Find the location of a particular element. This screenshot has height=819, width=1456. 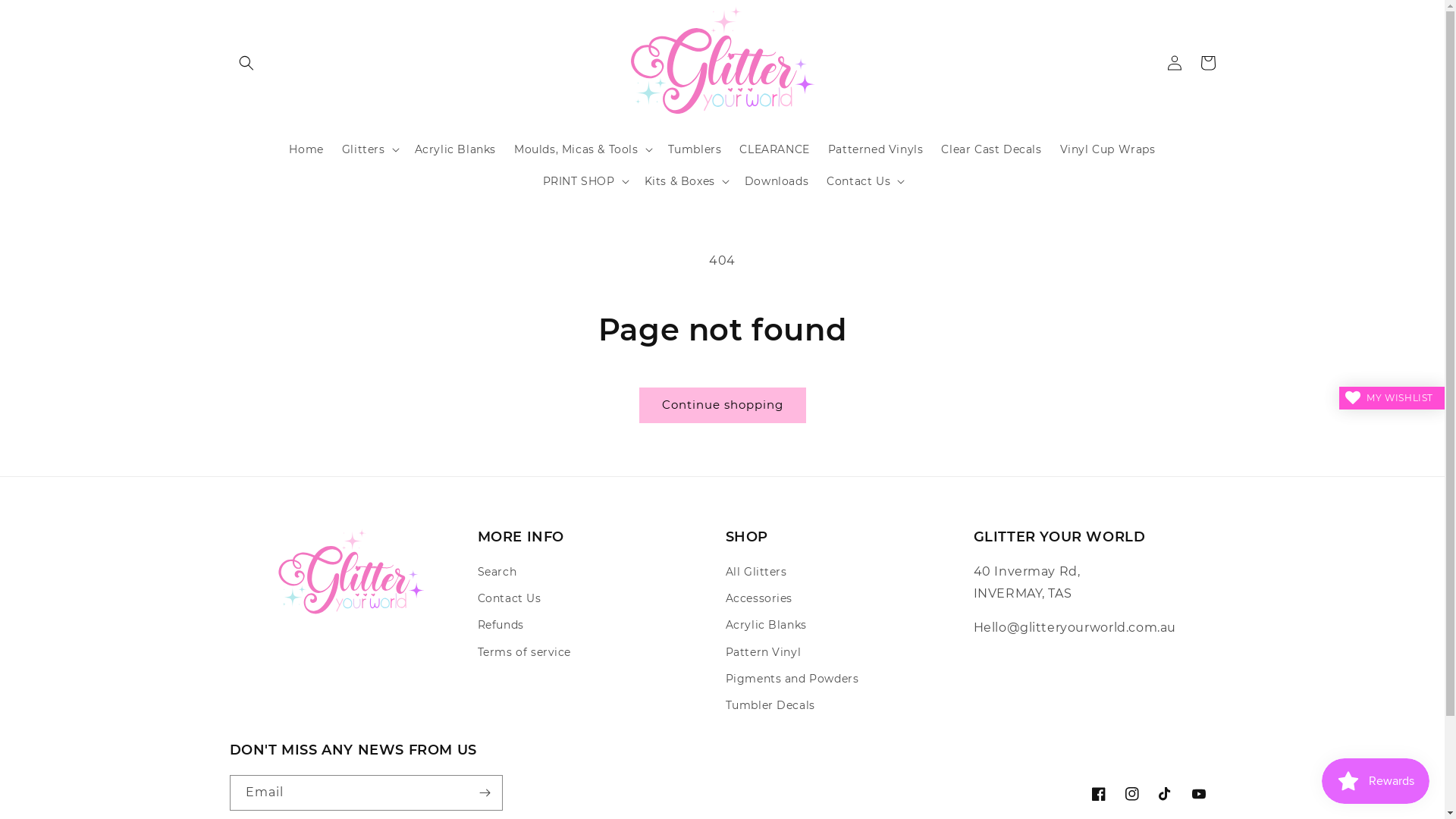

'Pigments and Powders' is located at coordinates (723, 678).